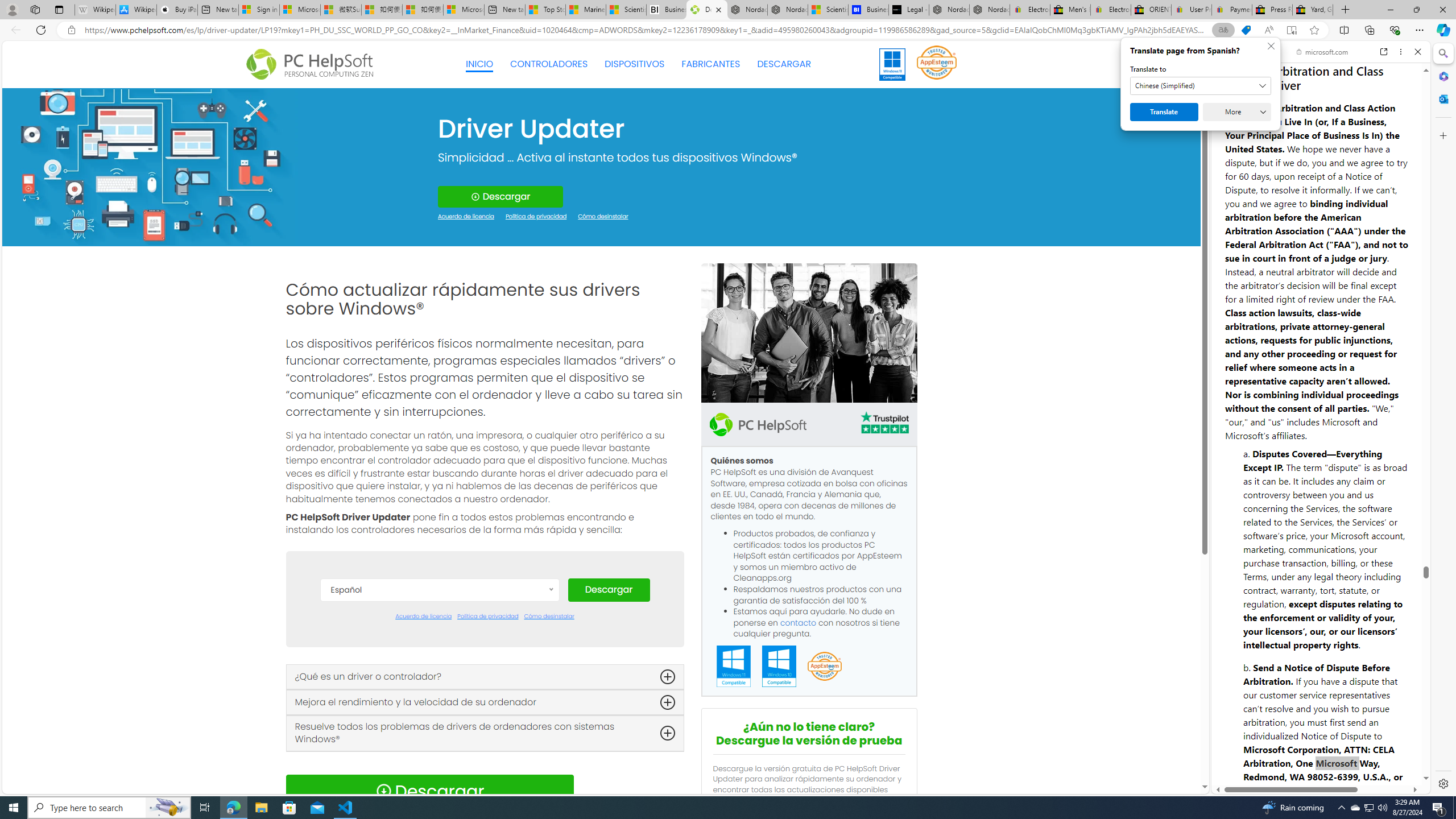  What do you see at coordinates (884, 424) in the screenshot?
I see `'TrustPilot'` at bounding box center [884, 424].